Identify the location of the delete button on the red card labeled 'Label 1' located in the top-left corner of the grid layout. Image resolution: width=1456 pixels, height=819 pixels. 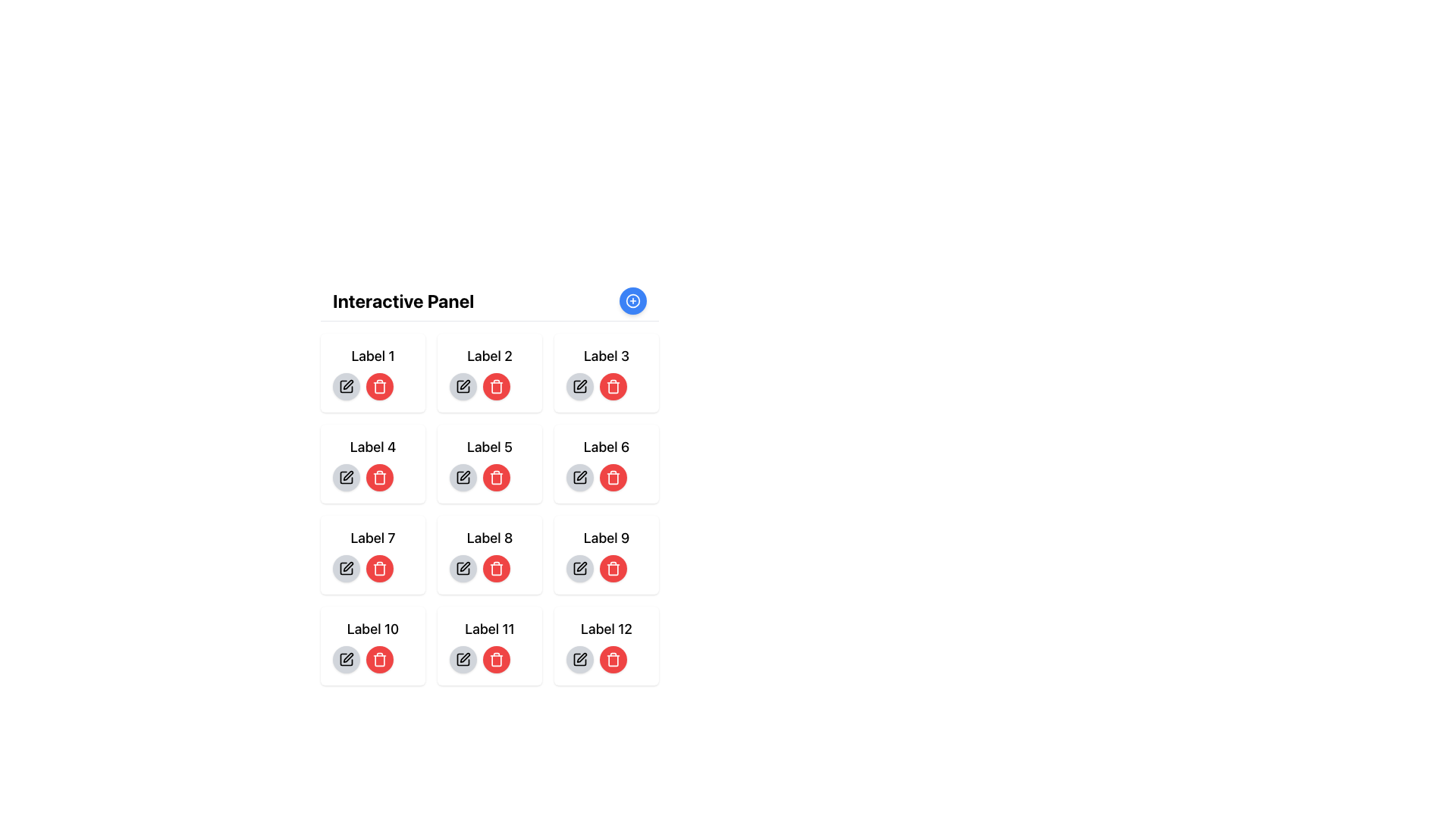
(372, 373).